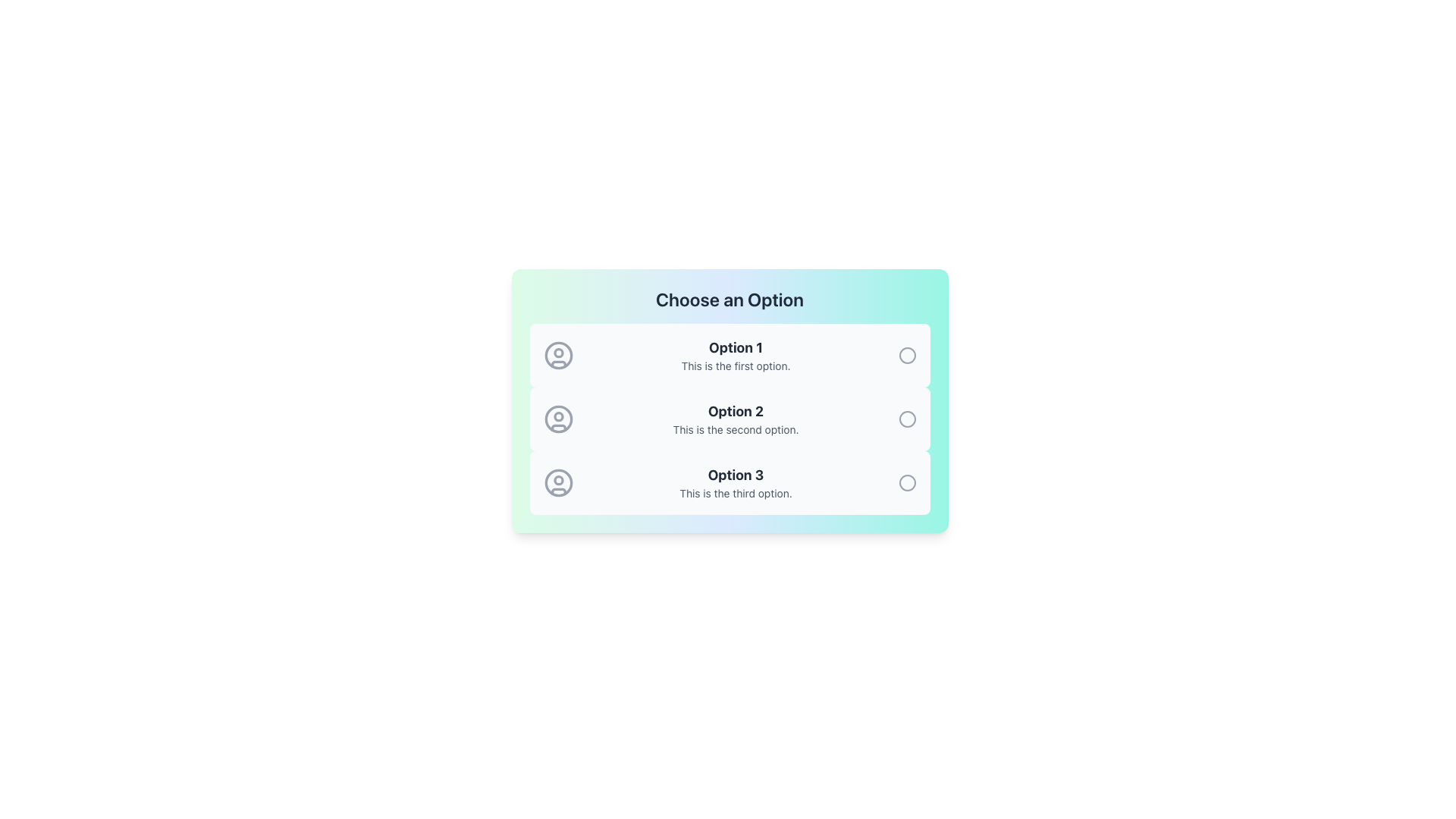 This screenshot has height=819, width=1456. Describe the element at coordinates (736, 419) in the screenshot. I see `the second option in the list, which is a Text Display element providing information about the option, located between 'Option 1' and 'Option 3'` at that location.